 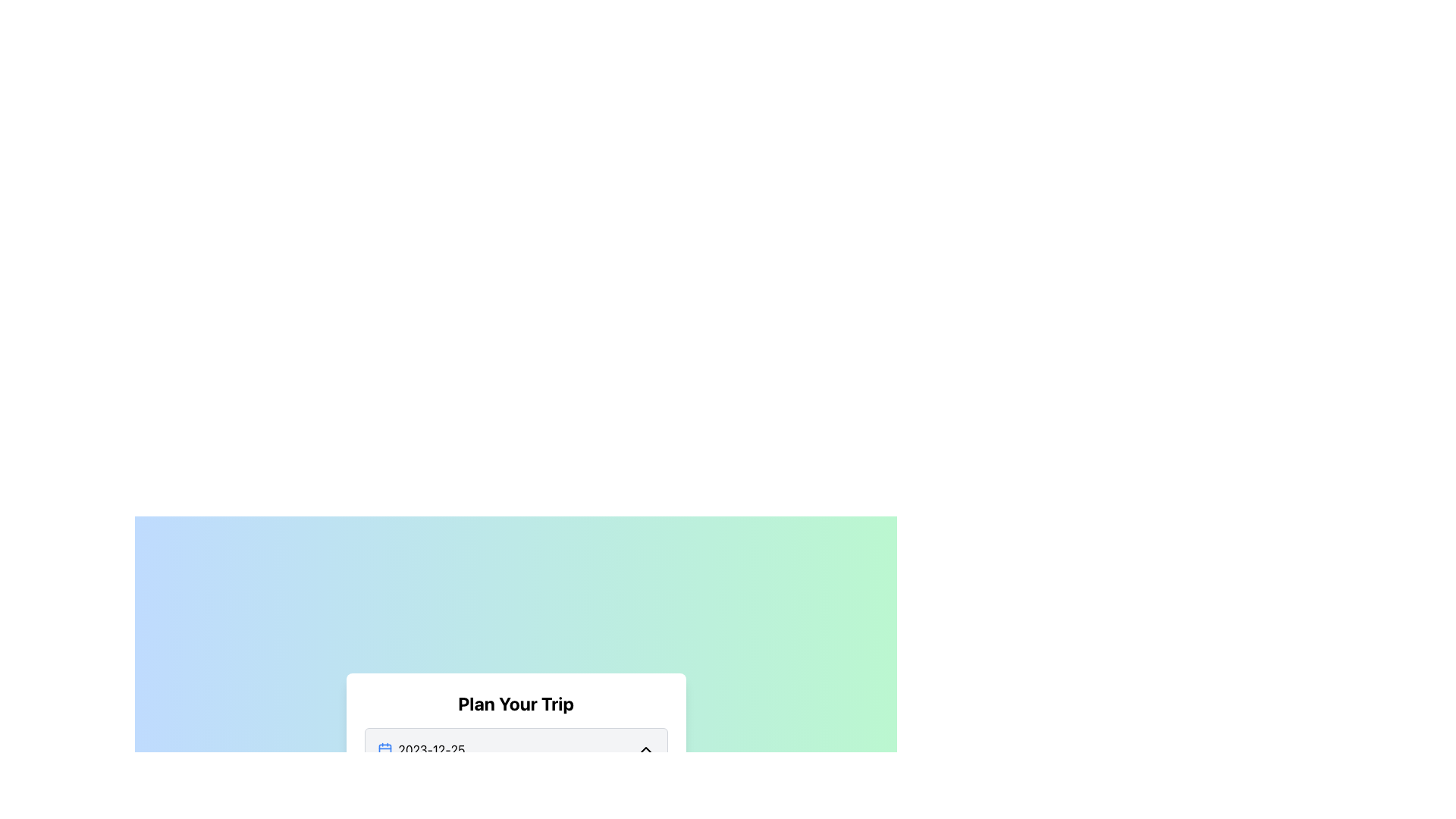 What do you see at coordinates (384, 748) in the screenshot?
I see `the blue calendar icon located to the left of the date label '2023-12-25' to associate it with its context` at bounding box center [384, 748].